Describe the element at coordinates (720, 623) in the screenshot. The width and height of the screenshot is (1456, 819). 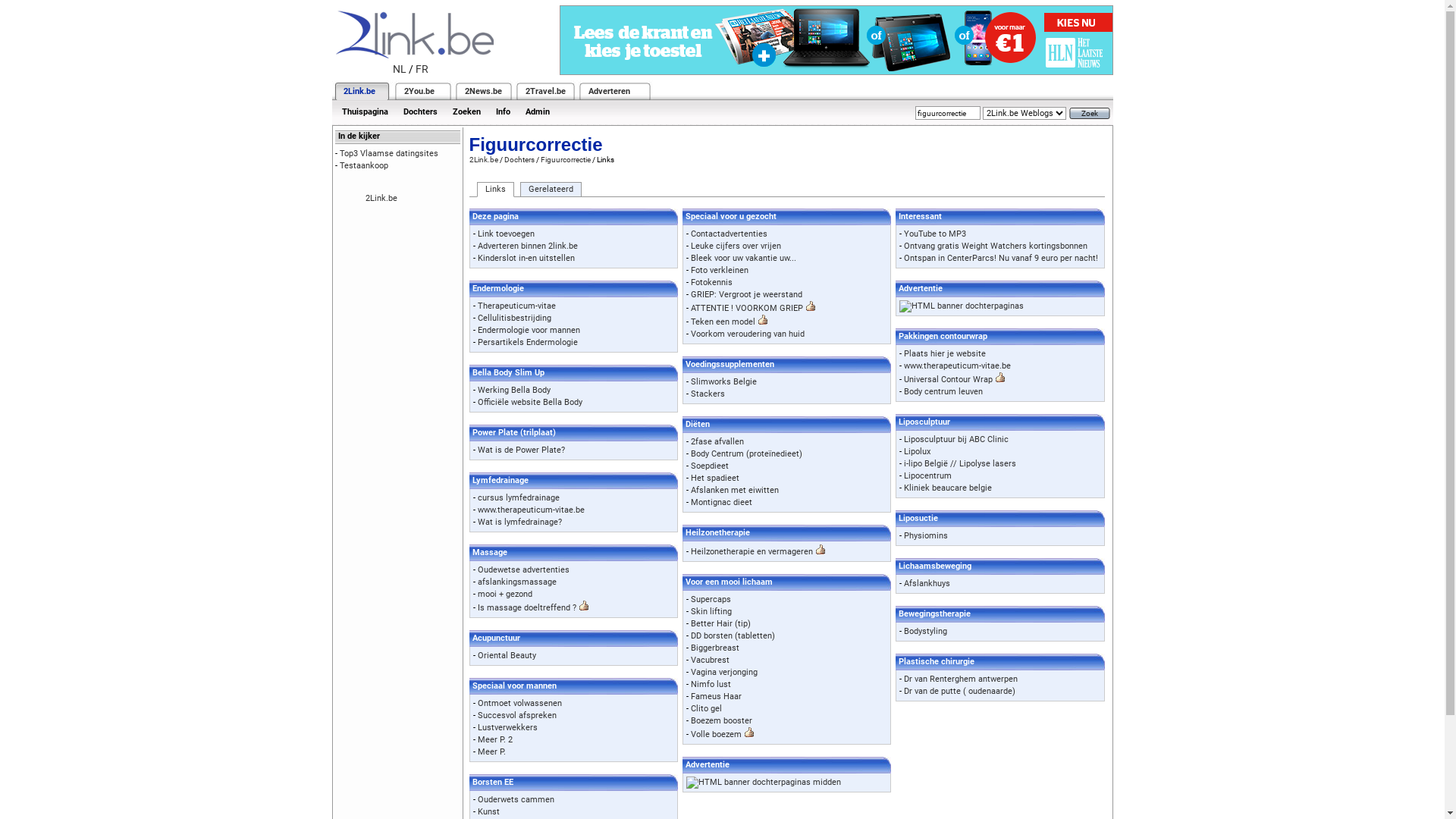
I see `'Better Hair (tip)'` at that location.